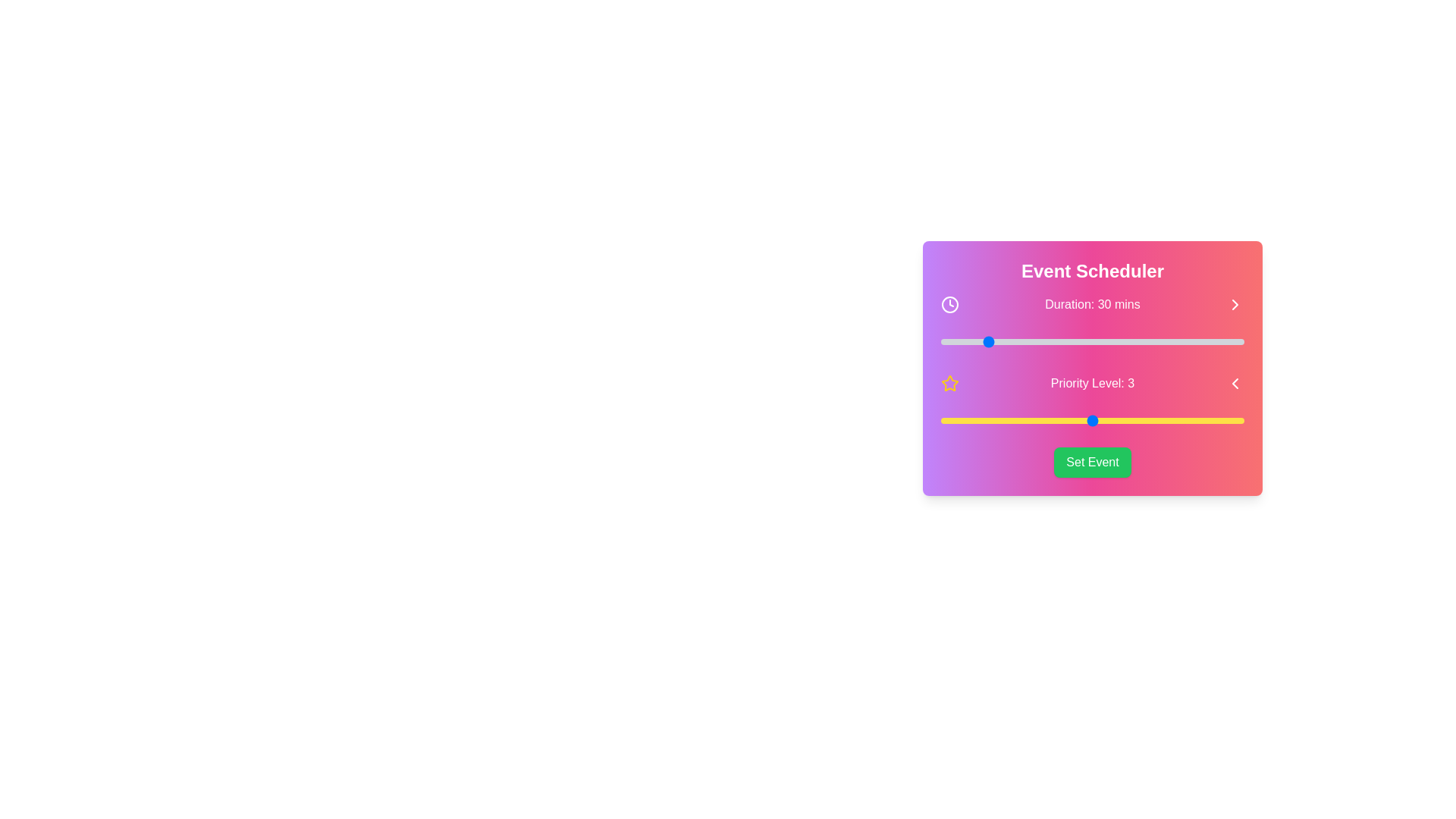  I want to click on the confirm button located at the bottom of the 'Event Scheduler' card, so click(1092, 461).